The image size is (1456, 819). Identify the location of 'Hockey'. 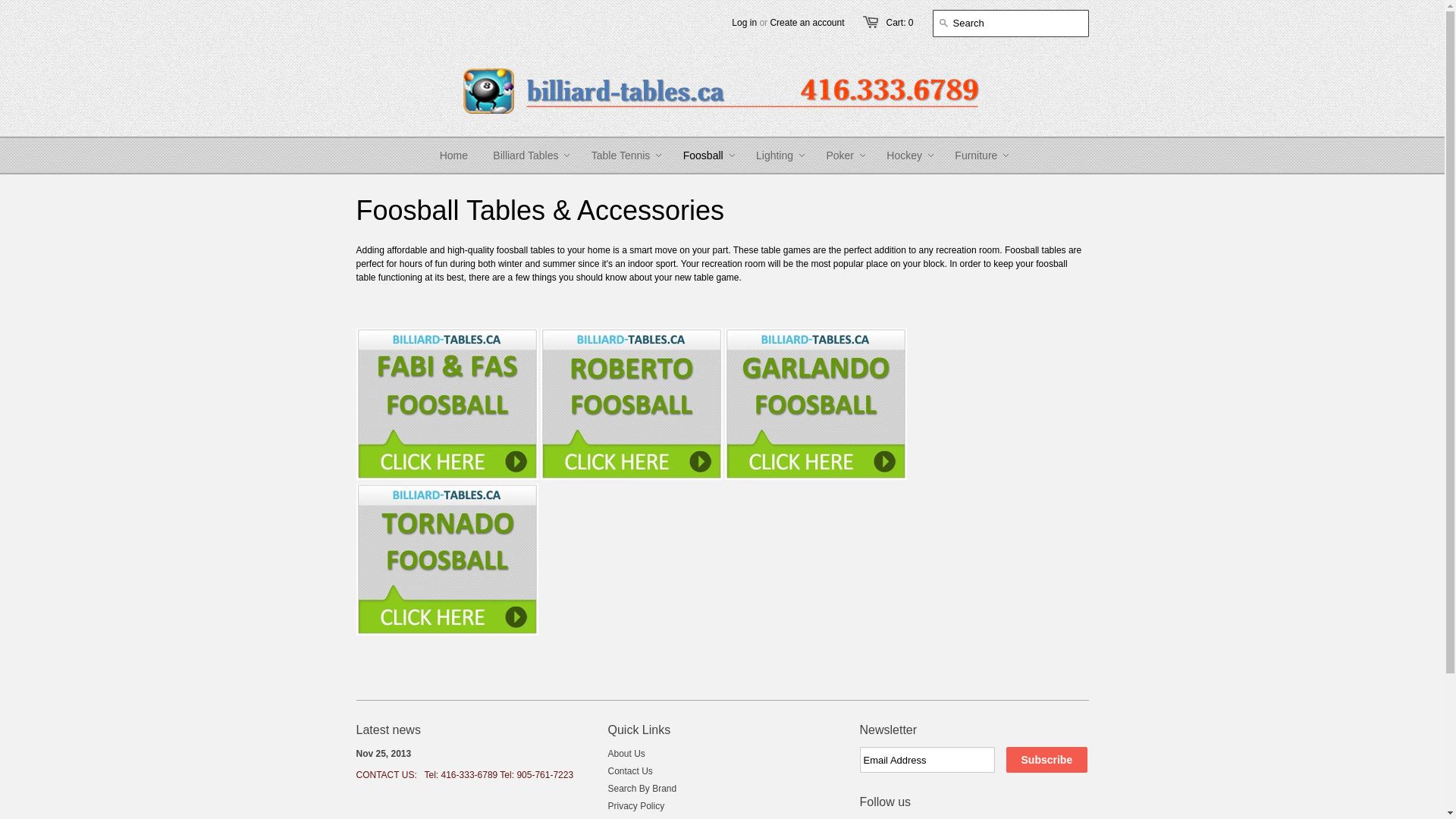
(904, 155).